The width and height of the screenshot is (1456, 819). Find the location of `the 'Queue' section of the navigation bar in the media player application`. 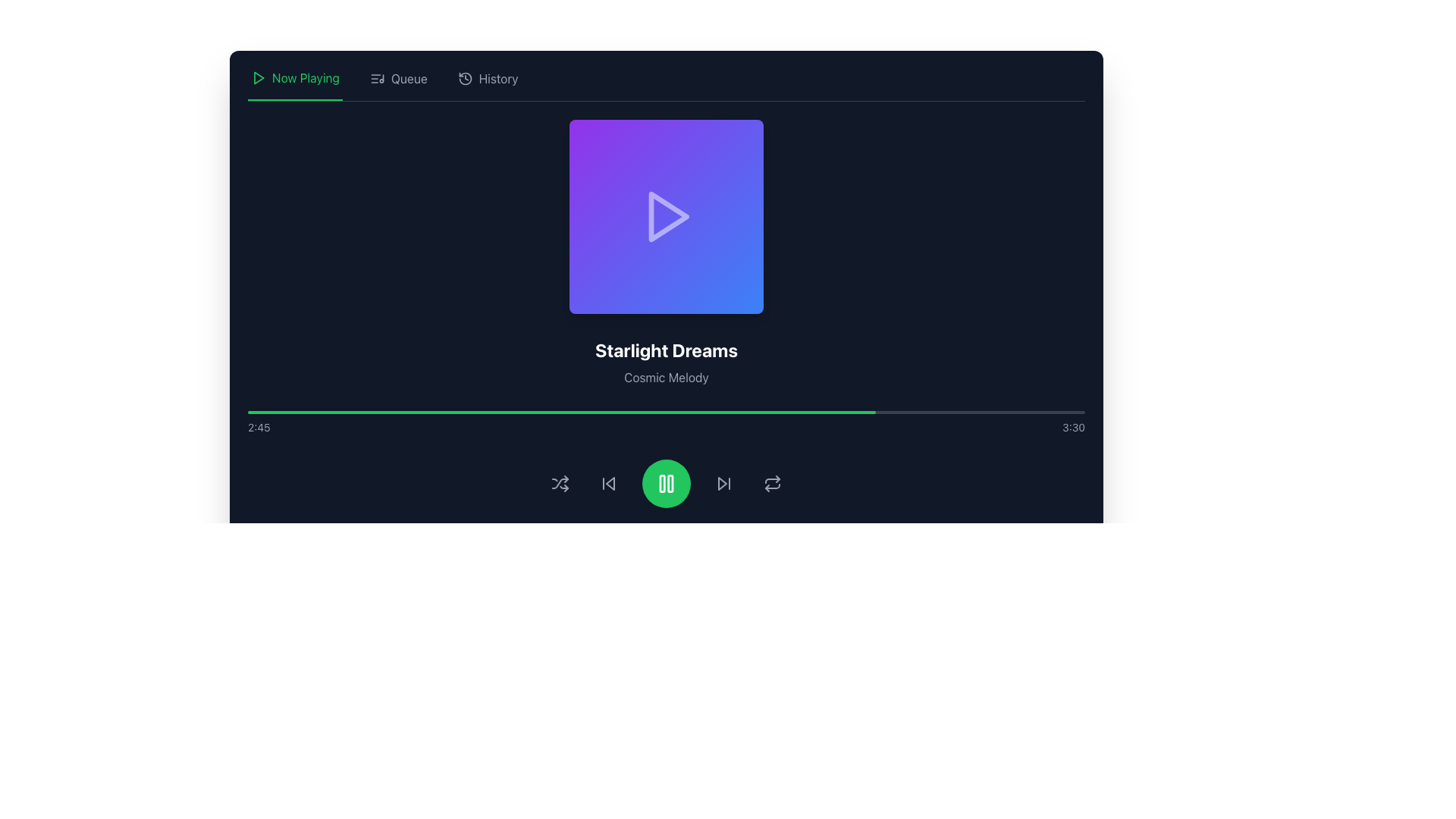

the 'Queue' section of the navigation bar in the media player application is located at coordinates (666, 85).